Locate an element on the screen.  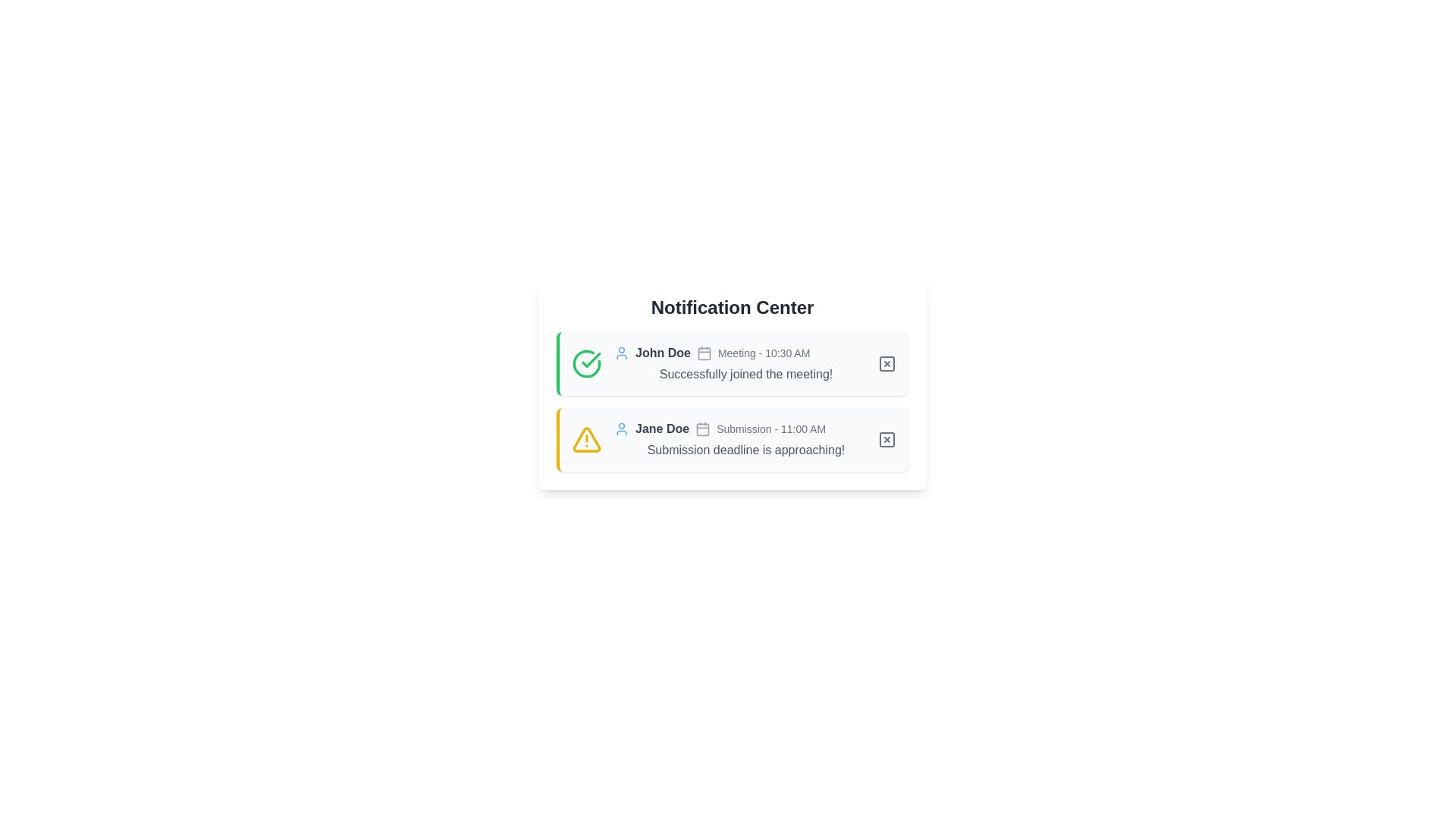
the bolded text label displaying 'Jane Doe' in the second notification of the Notification Center is located at coordinates (662, 429).